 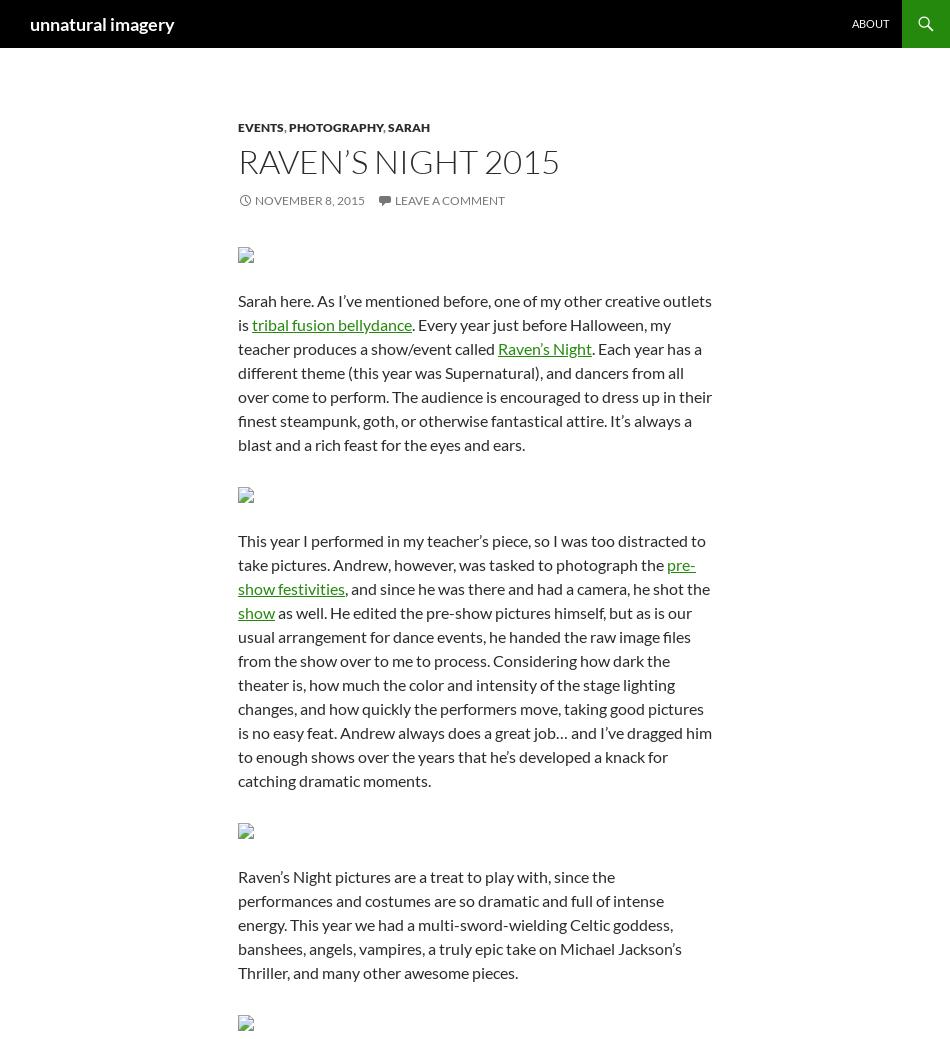 What do you see at coordinates (527, 588) in the screenshot?
I see `', and since he was there and had a camera, he shot the'` at bounding box center [527, 588].